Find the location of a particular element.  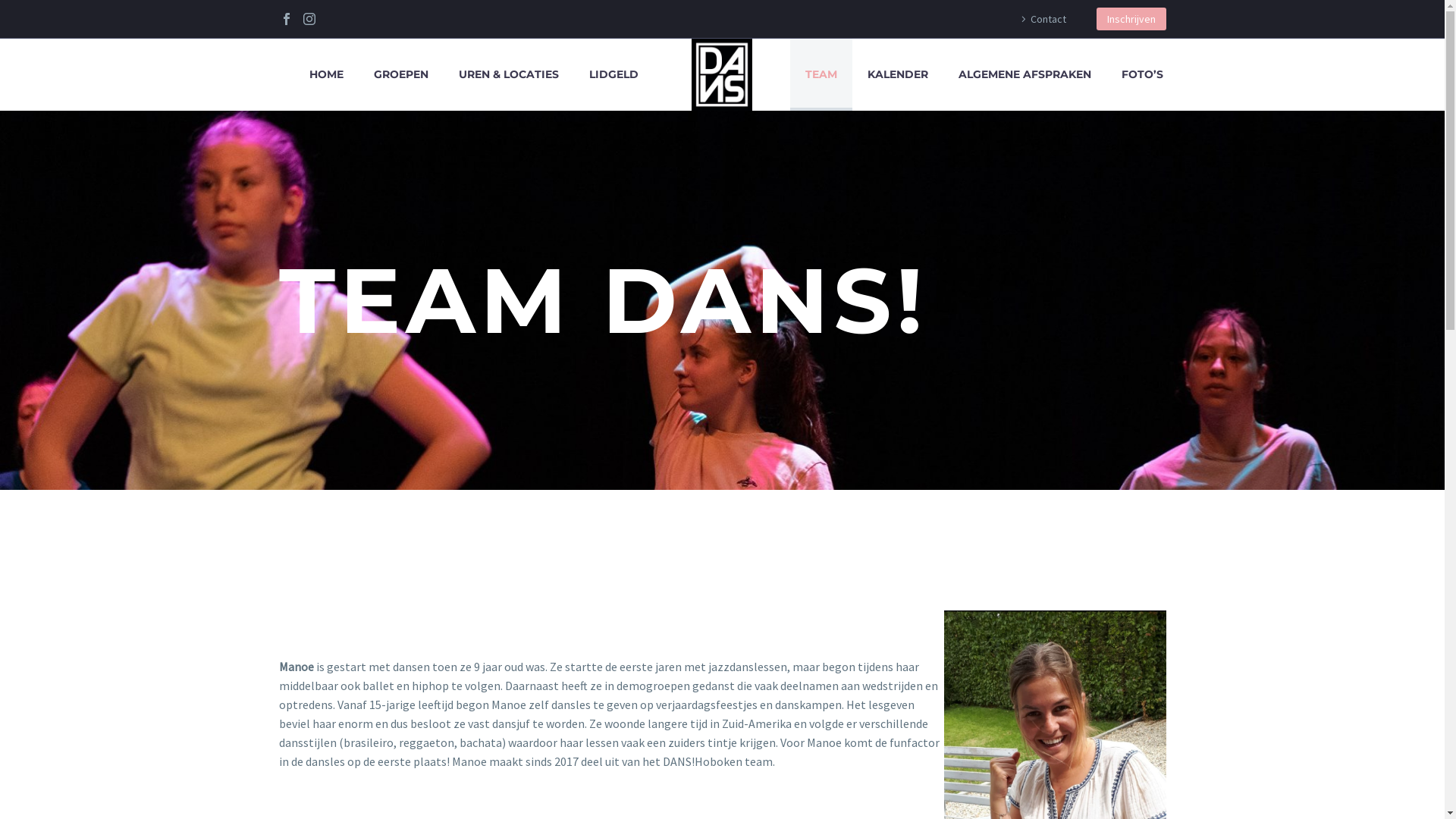

'KALENDER' is located at coordinates (852, 74).